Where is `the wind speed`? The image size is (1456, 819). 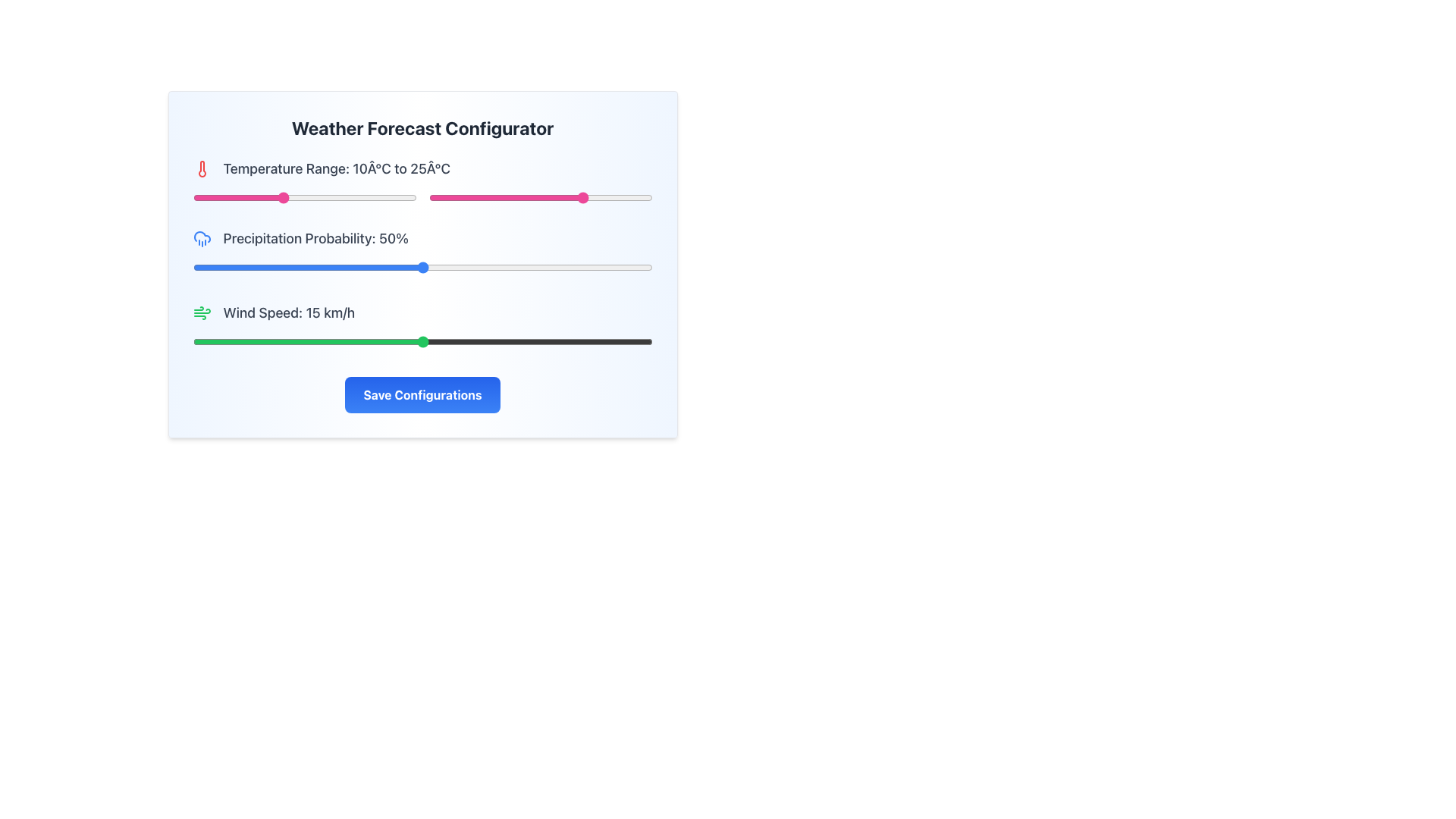 the wind speed is located at coordinates (545, 342).